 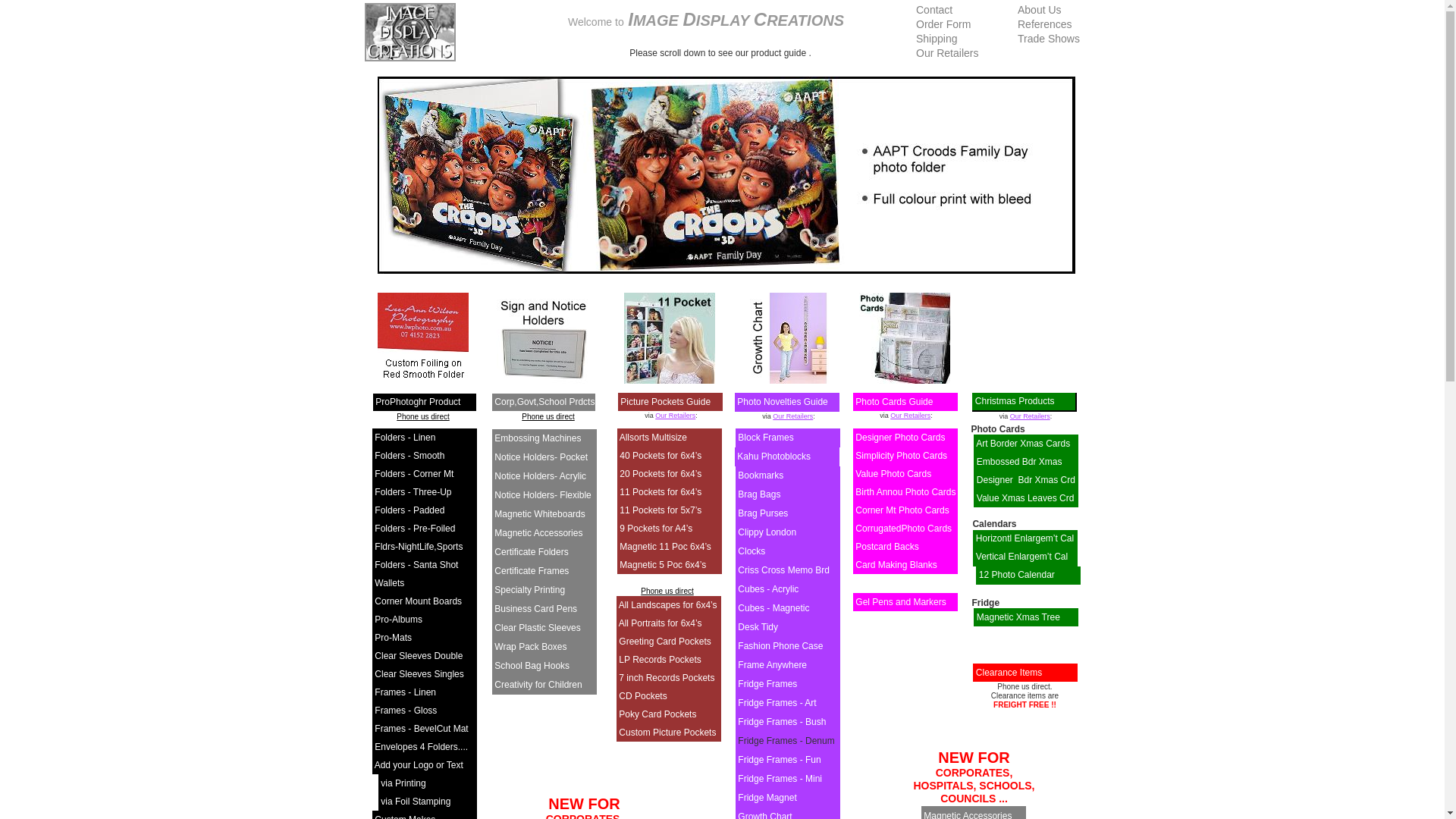 I want to click on 'About Us', so click(x=1039, y=9).